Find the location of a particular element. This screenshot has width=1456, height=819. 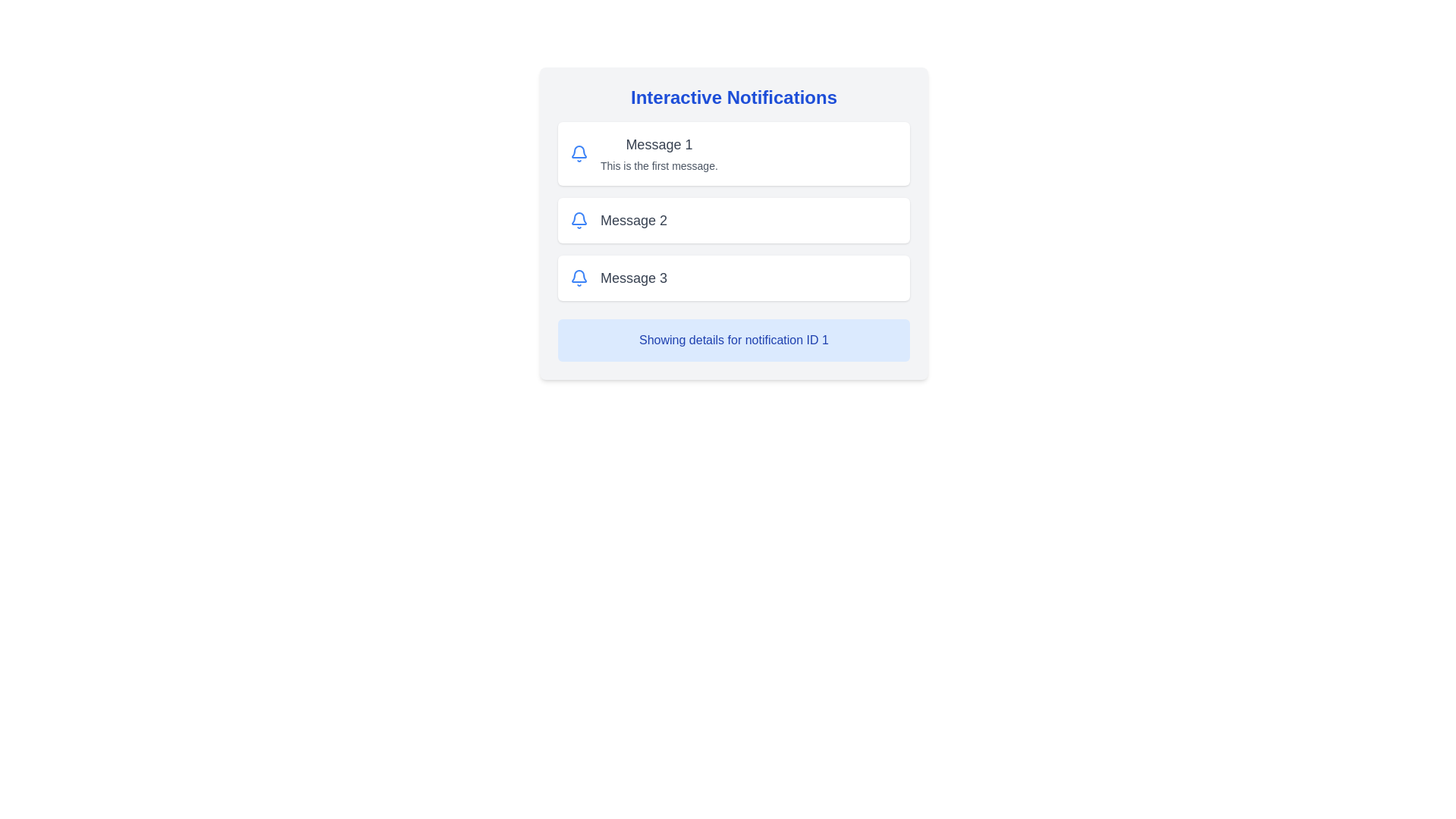

the text element that displays additional information about the notification 'Message 1', located in the first notification block below 'Message 1' within the 'Interactive Notifications' card is located at coordinates (659, 166).